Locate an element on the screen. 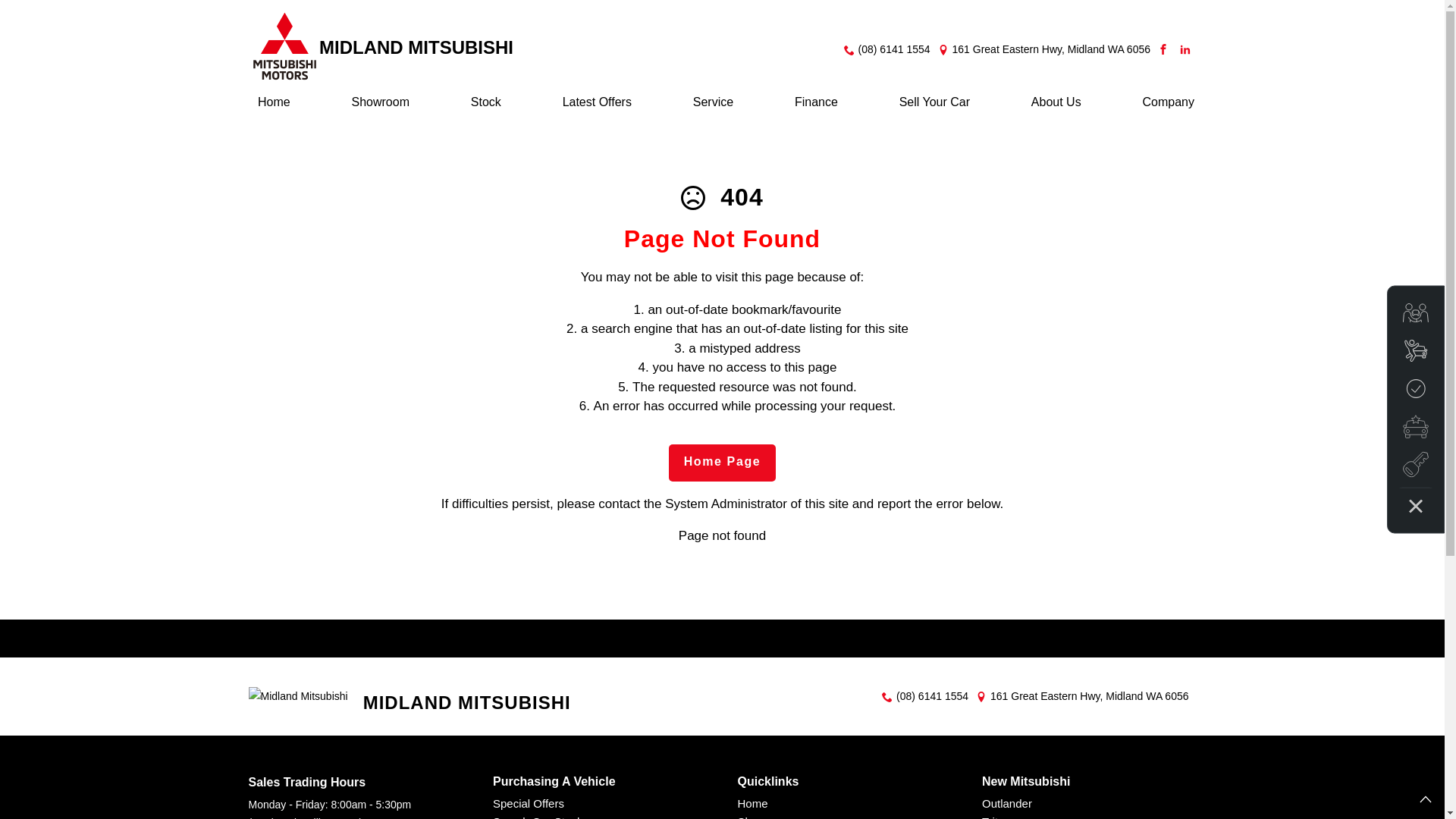 This screenshot has height=819, width=1456. 'Latest Offers' is located at coordinates (596, 107).